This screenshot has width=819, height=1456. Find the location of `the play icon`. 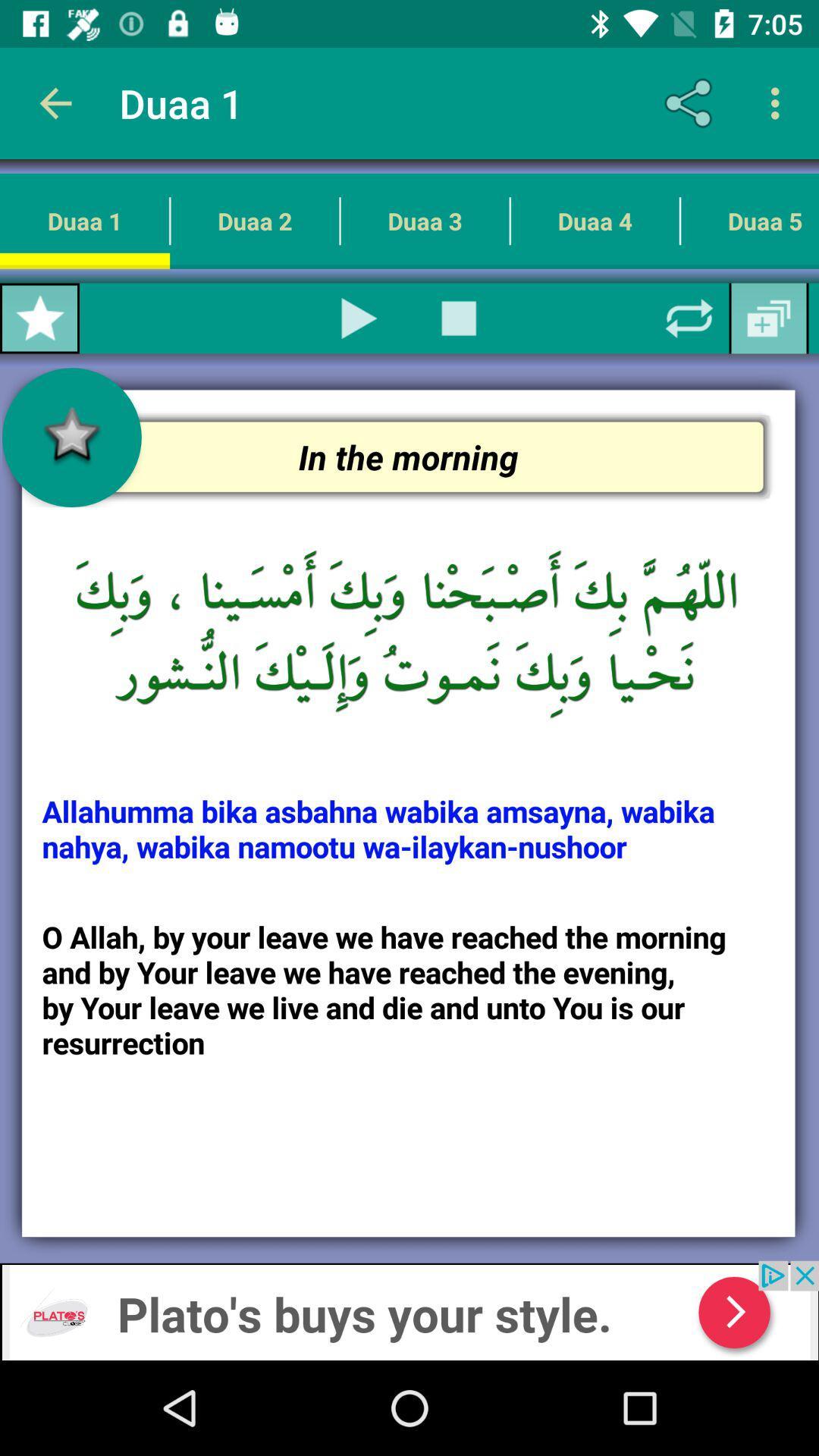

the play icon is located at coordinates (359, 318).